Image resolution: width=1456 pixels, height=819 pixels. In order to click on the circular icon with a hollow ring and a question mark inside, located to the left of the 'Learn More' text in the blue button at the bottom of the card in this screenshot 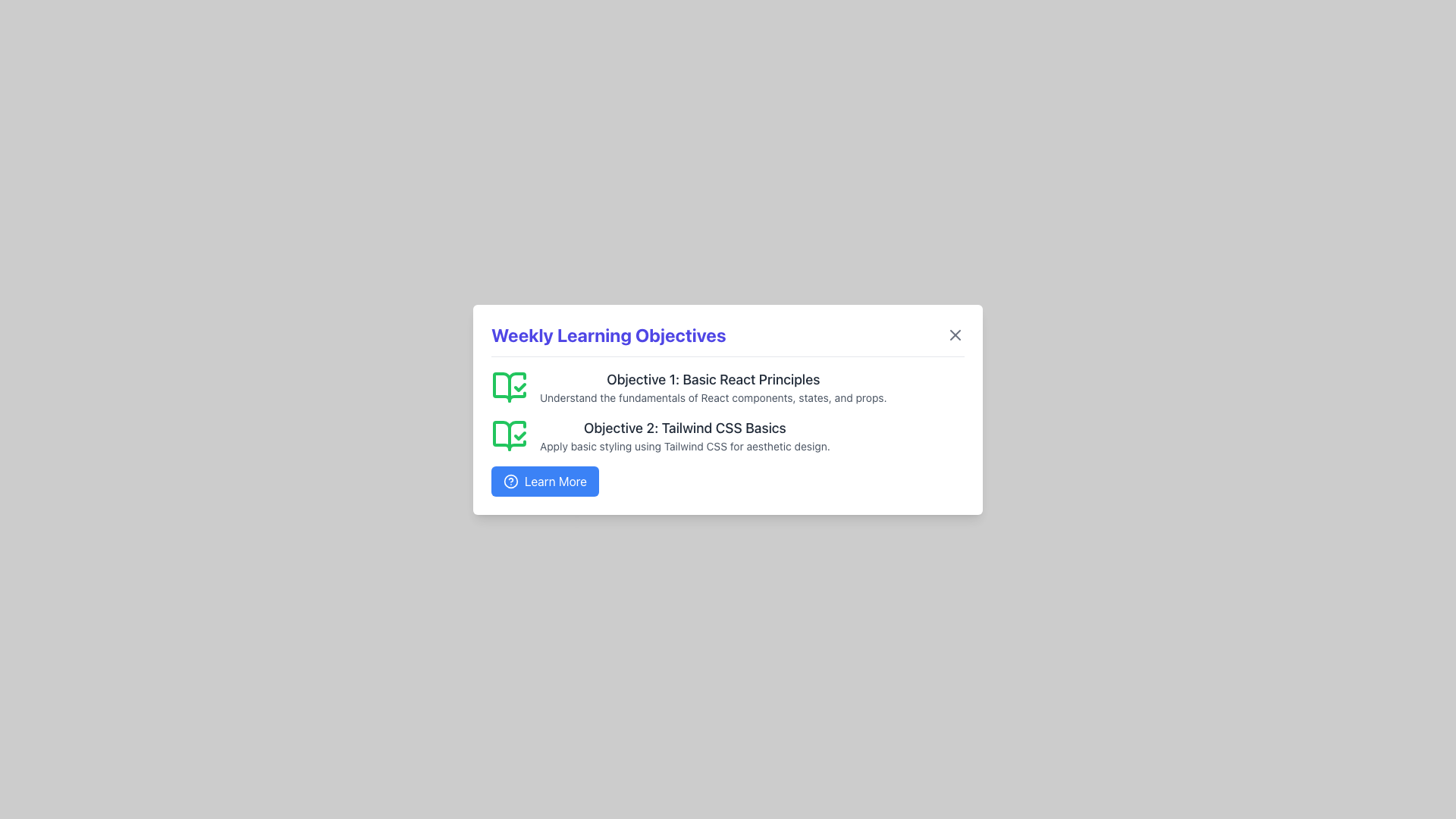, I will do `click(510, 480)`.